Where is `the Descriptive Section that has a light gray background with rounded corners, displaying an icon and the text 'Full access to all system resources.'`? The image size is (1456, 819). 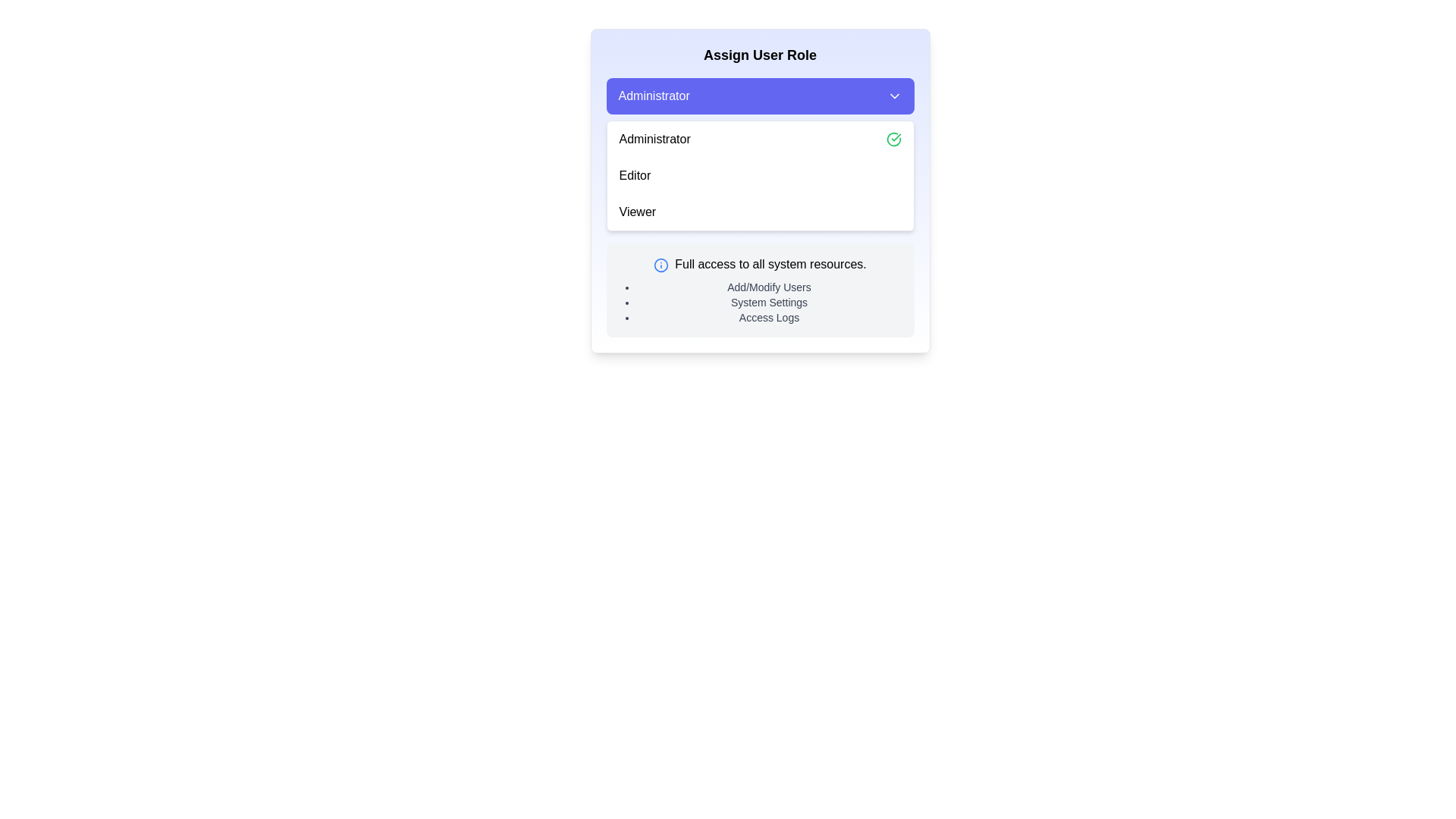
the Descriptive Section that has a light gray background with rounded corners, displaying an icon and the text 'Full access to all system resources.' is located at coordinates (760, 290).